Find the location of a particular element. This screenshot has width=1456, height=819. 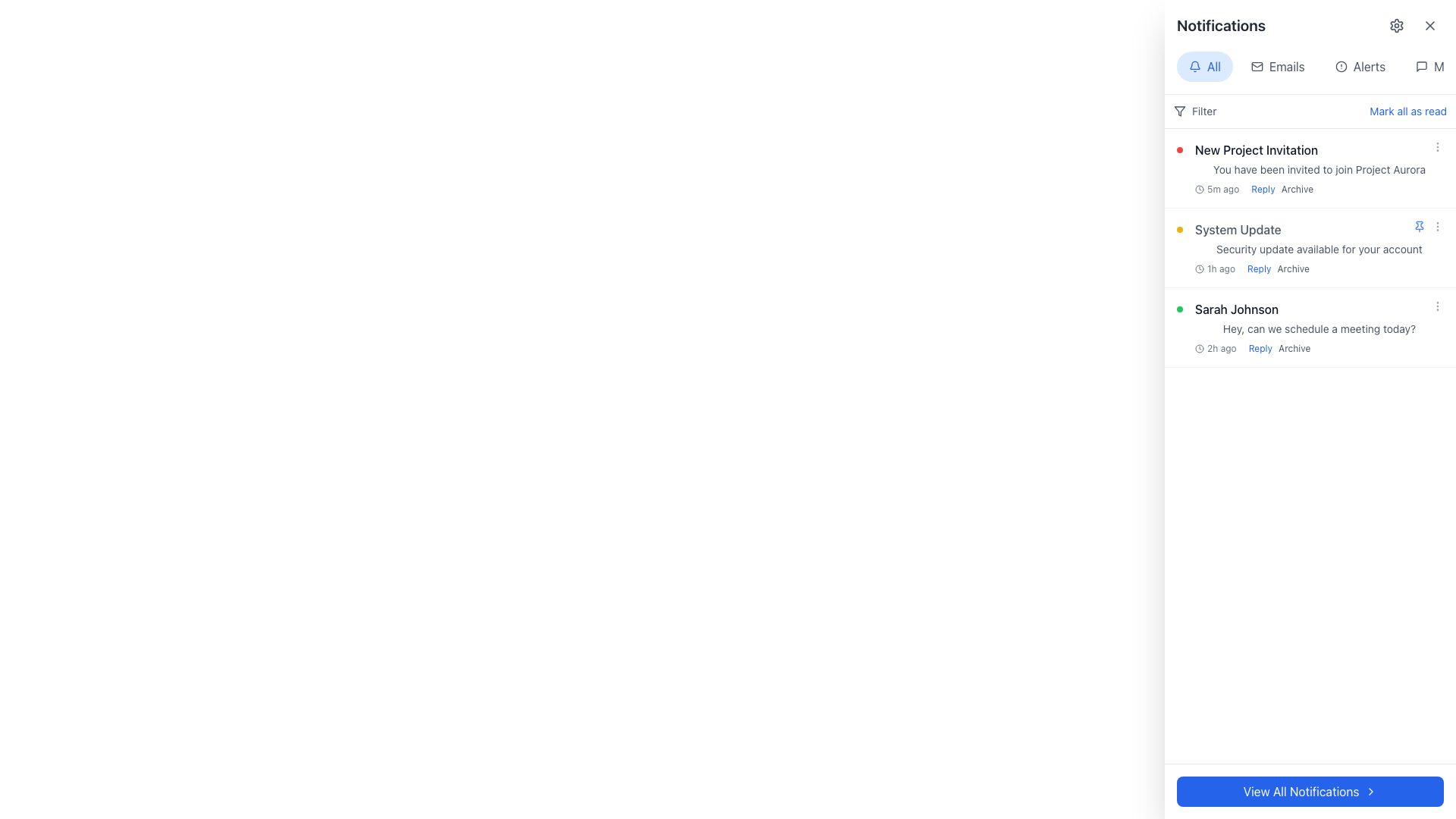

the filter icon button, which is an SVG icon with a triangular funnel shape located near the left side of the header row, positioned to the left of the 'Filter' text is located at coordinates (1178, 110).